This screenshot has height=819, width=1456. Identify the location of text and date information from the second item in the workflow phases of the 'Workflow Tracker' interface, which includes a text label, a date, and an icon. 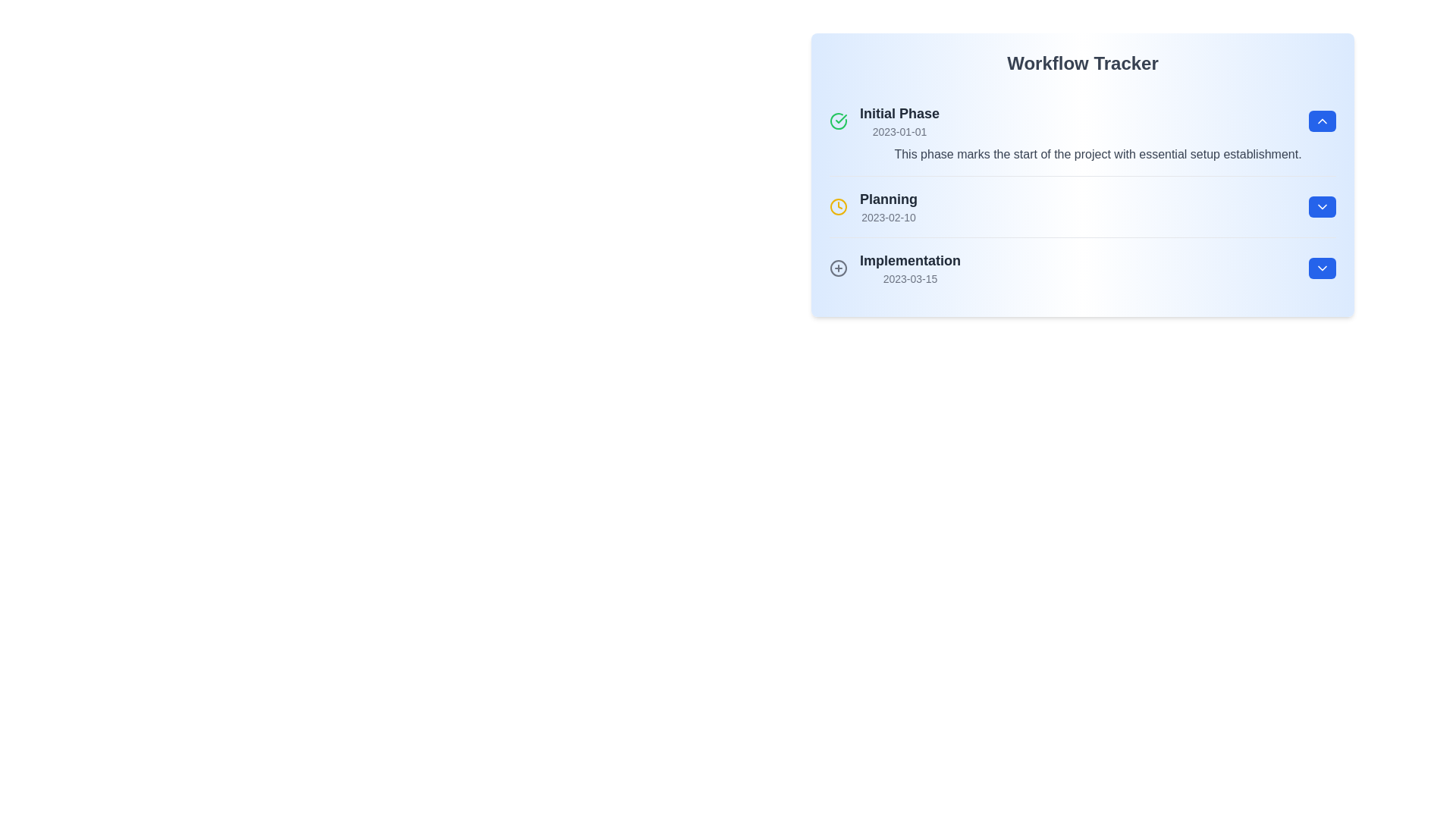
(874, 207).